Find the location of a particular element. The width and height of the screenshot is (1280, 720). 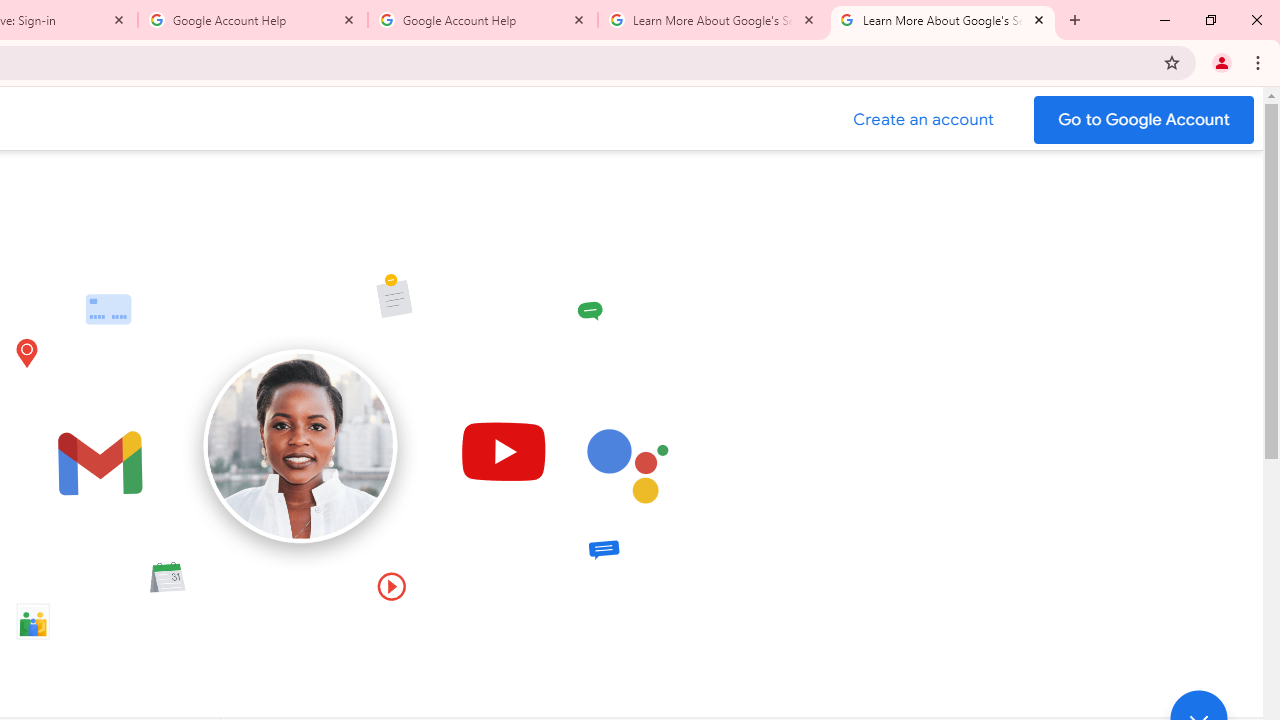

'Google Account Help' is located at coordinates (252, 20).